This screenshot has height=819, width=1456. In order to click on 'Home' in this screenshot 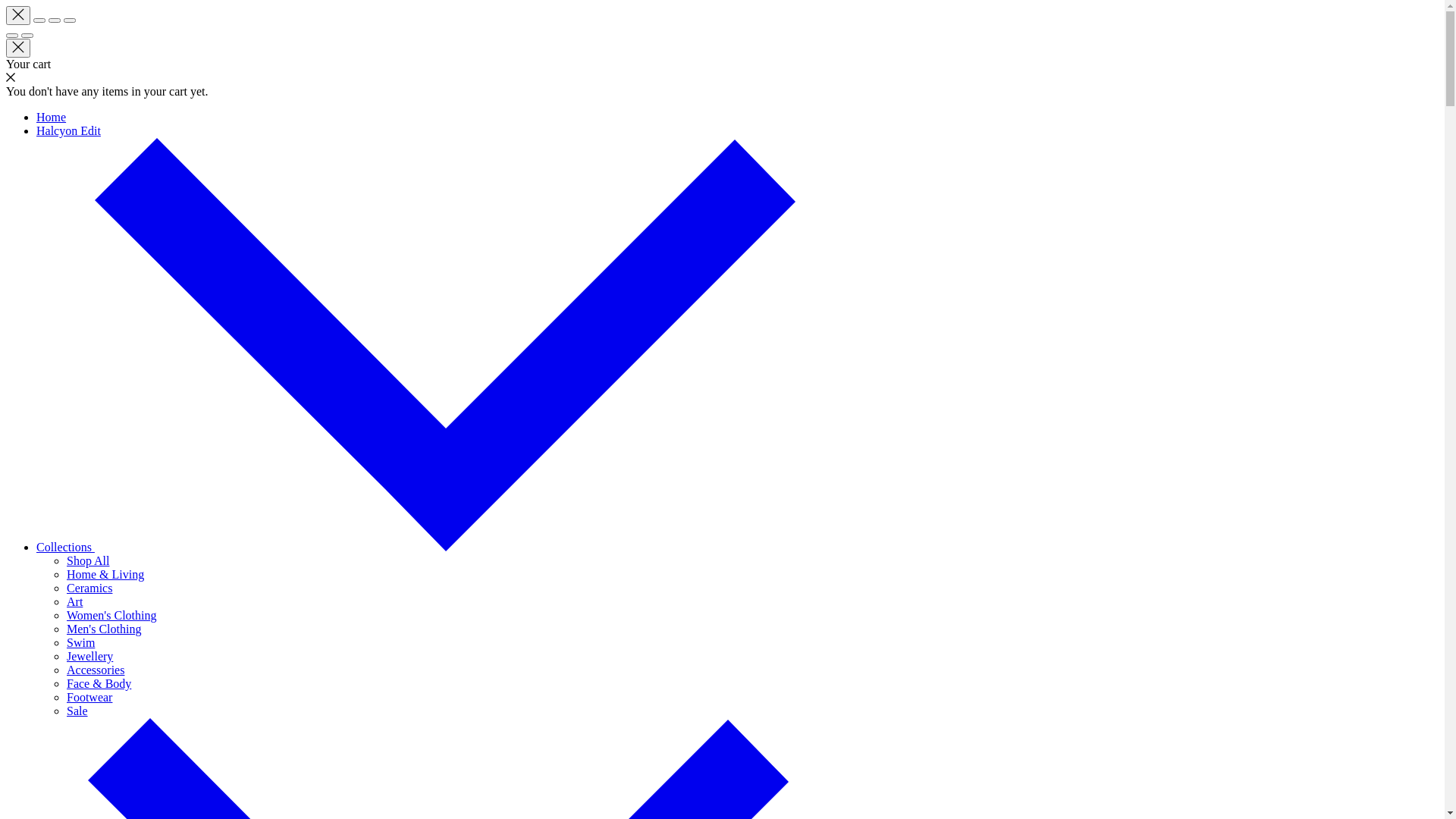, I will do `click(51, 116)`.